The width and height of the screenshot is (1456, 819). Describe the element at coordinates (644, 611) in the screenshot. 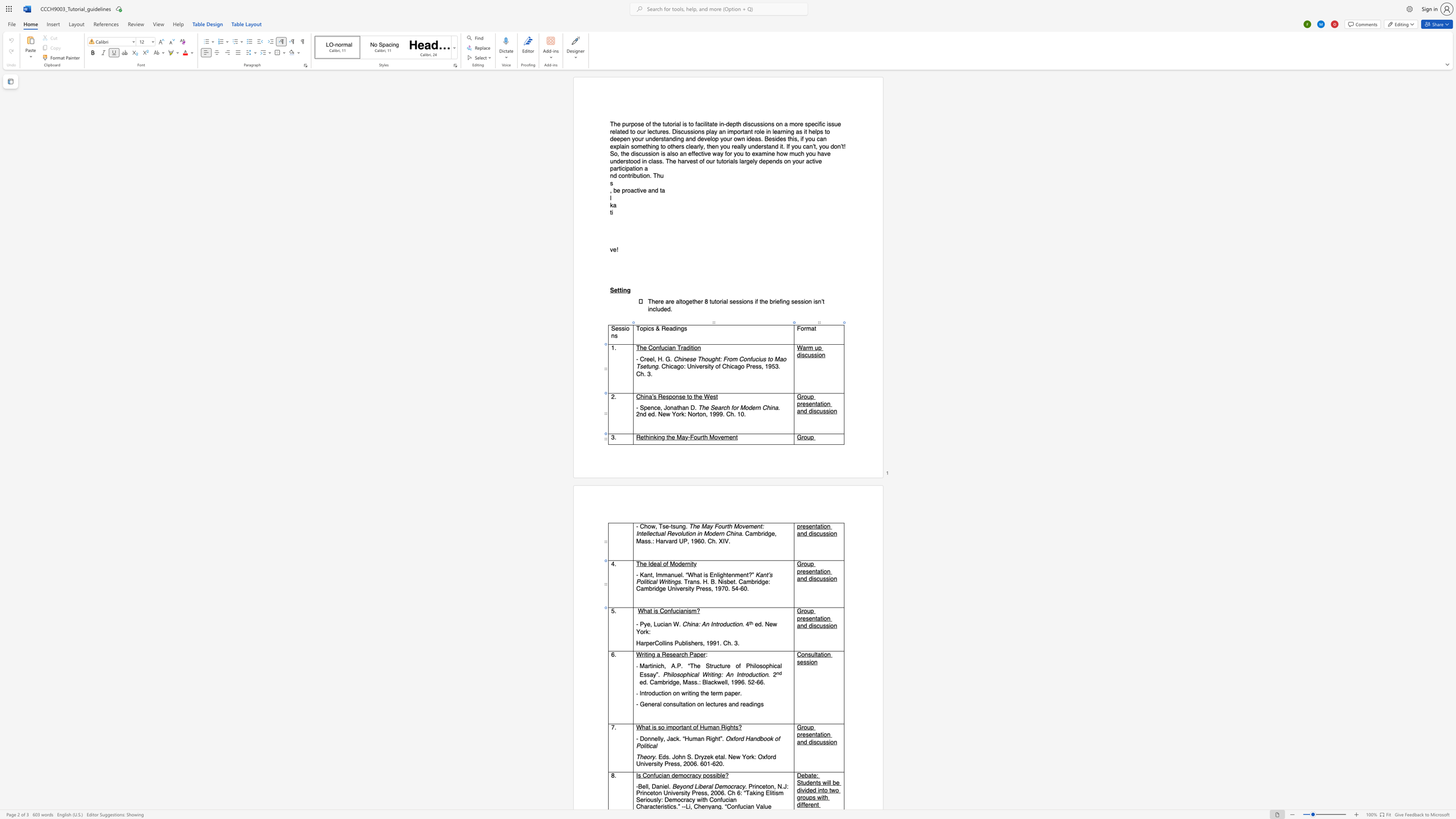

I see `the 1th character "h" in the text` at that location.